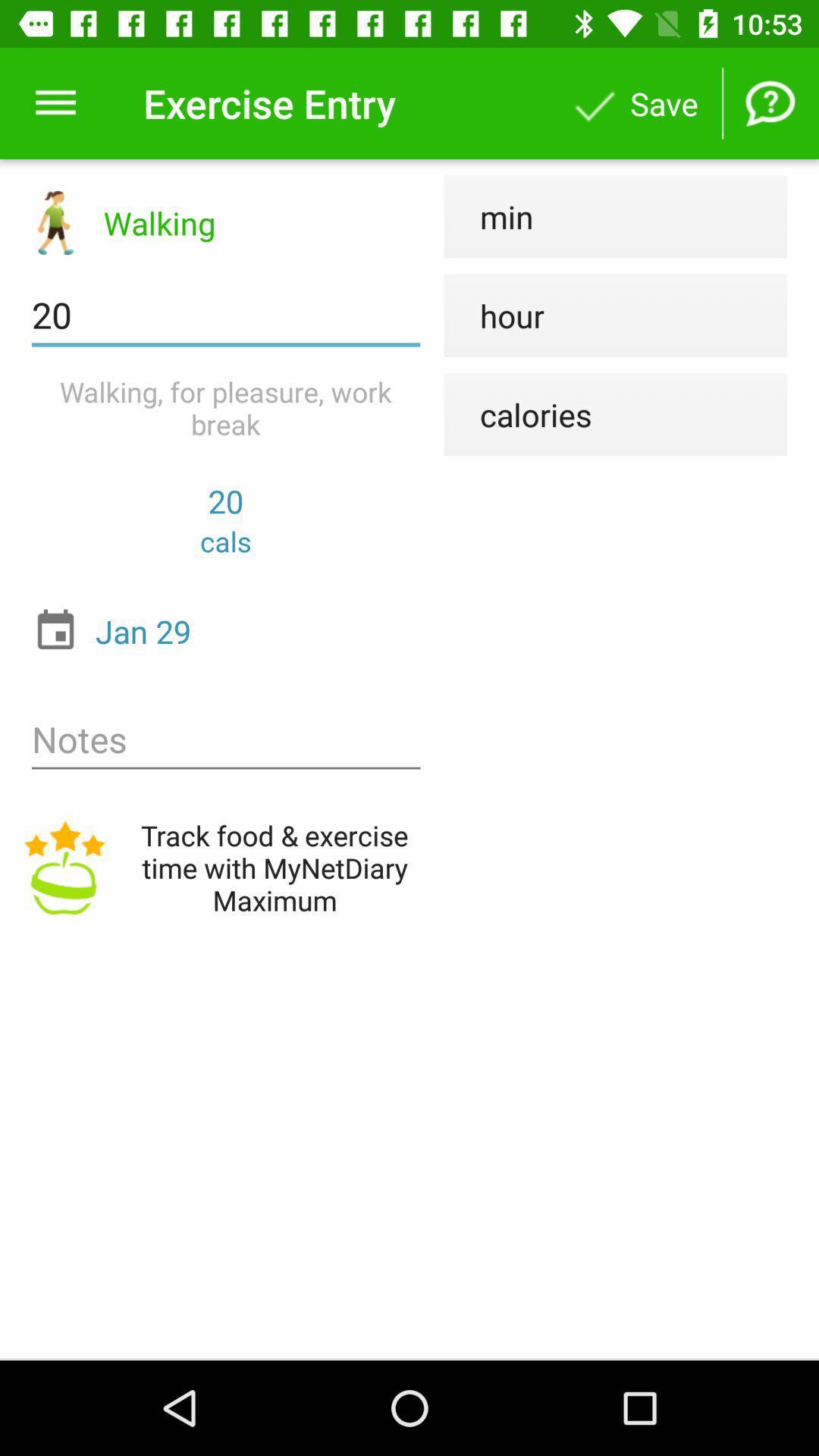 This screenshot has height=1456, width=819. I want to click on icon above the   calories, so click(494, 315).